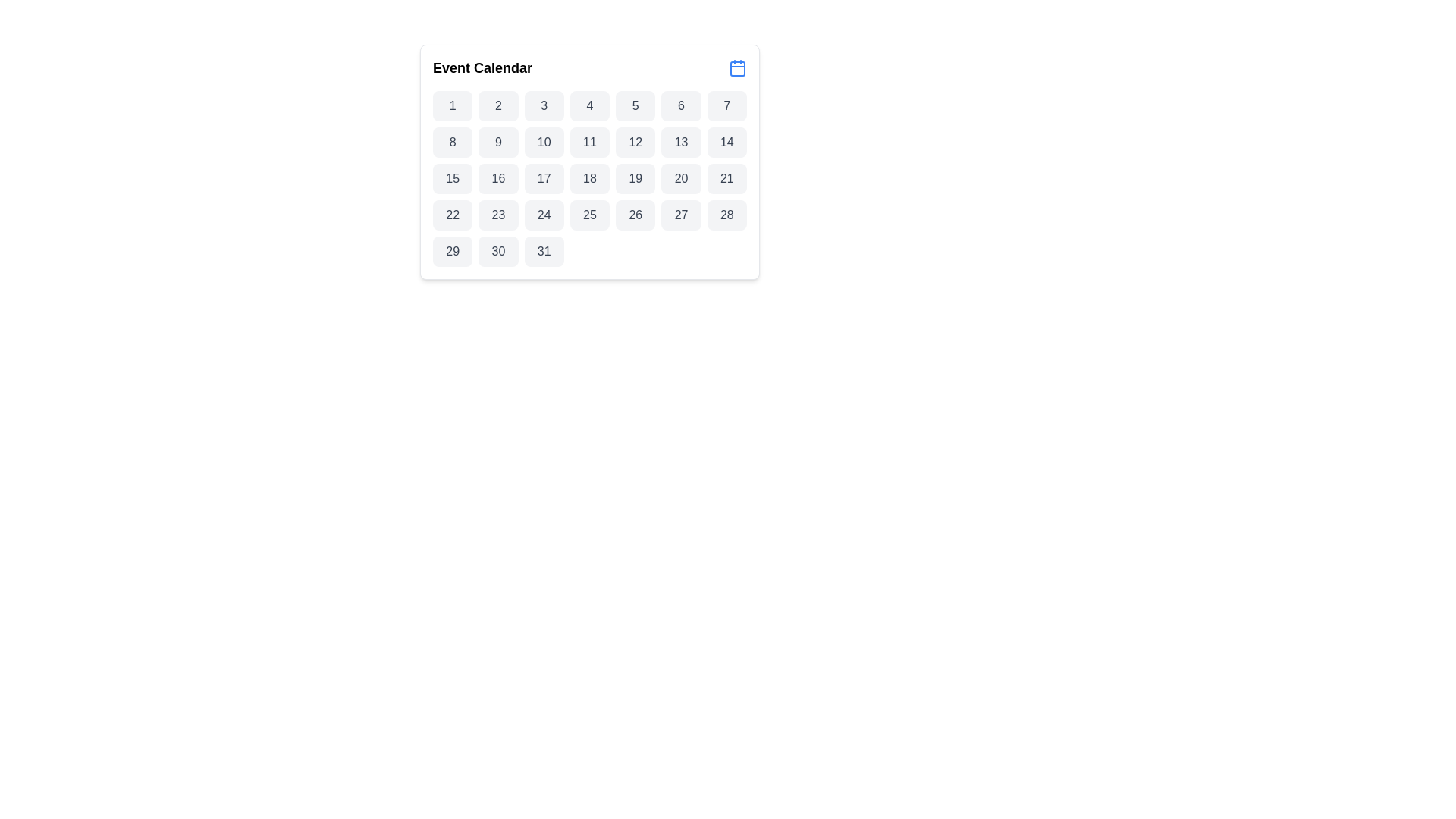  What do you see at coordinates (452, 215) in the screenshot?
I see `the rectangular button labeled '22' located in the first cell of the fourth row in a grid of days` at bounding box center [452, 215].